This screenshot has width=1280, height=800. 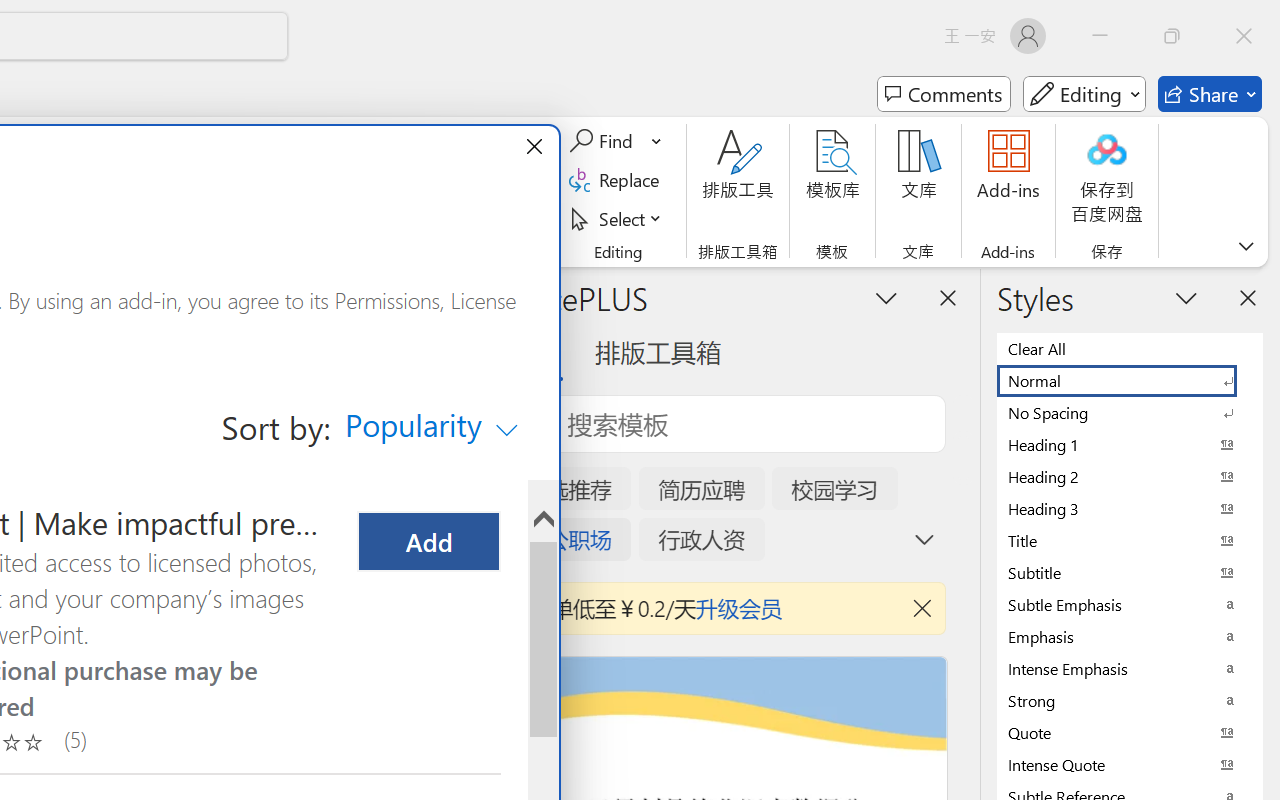 What do you see at coordinates (1130, 476) in the screenshot?
I see `'Heading 2'` at bounding box center [1130, 476].